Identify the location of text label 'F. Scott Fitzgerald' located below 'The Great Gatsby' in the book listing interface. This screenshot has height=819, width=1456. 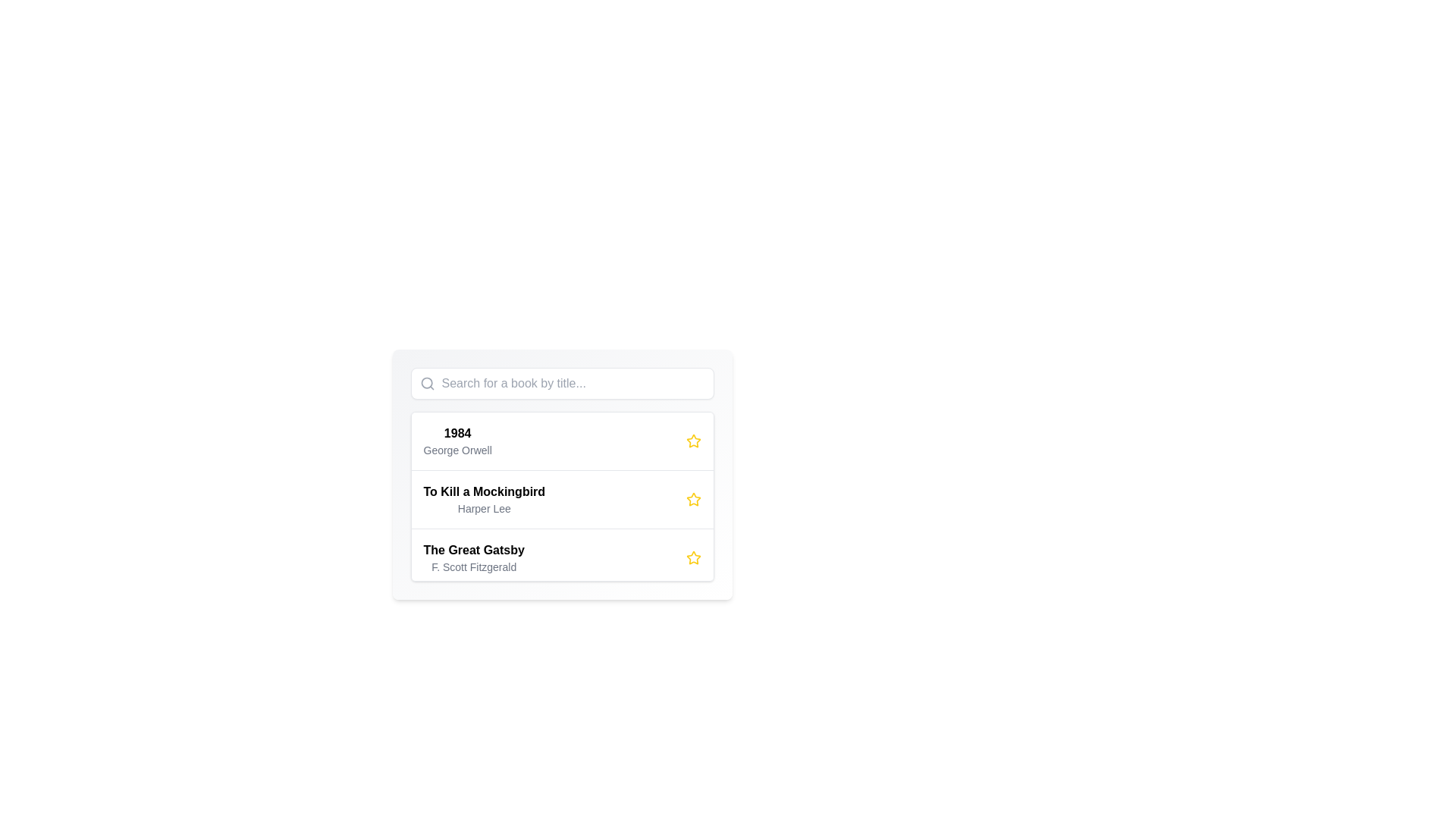
(473, 567).